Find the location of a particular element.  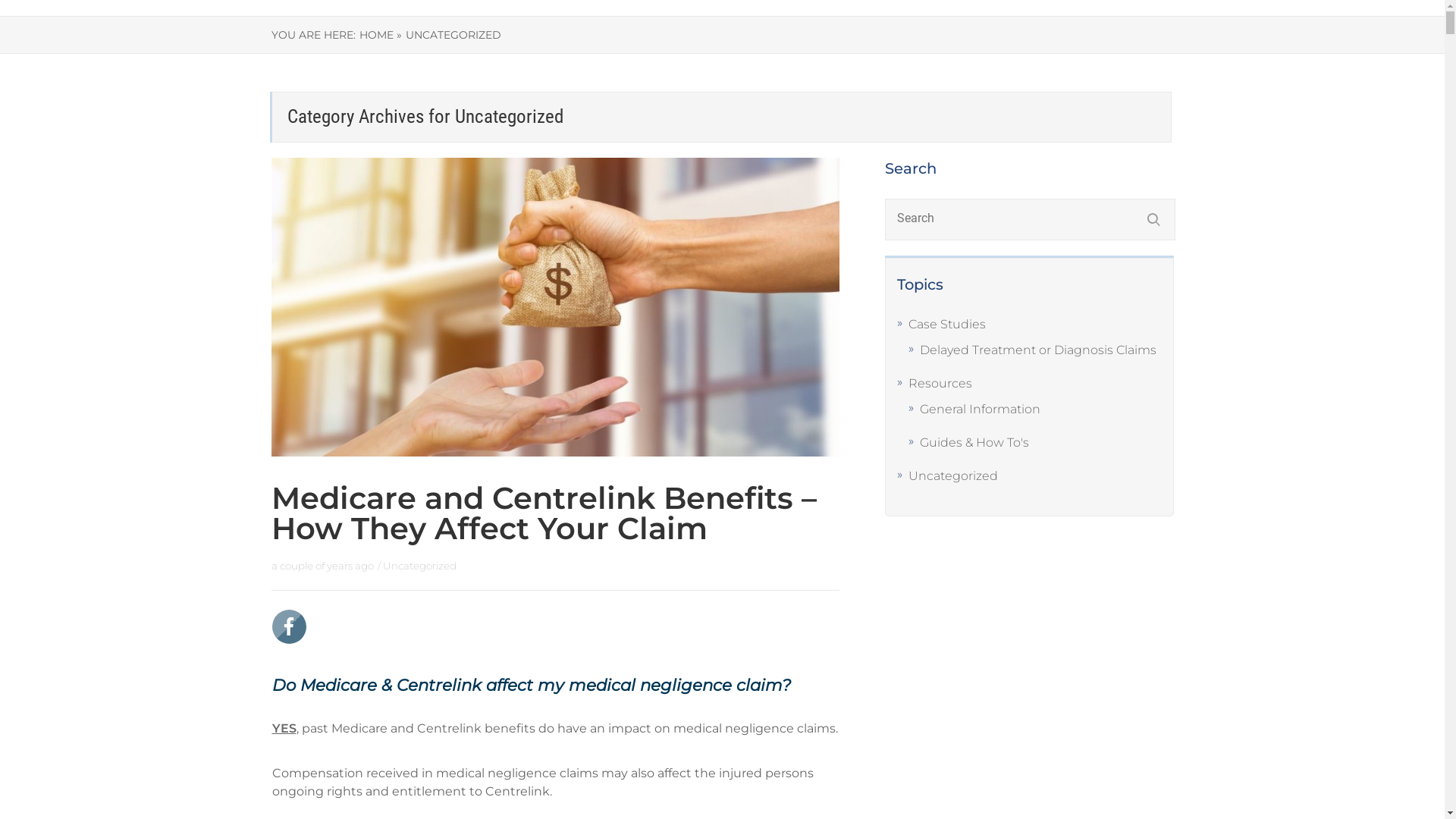

'Delayed Treatment or Diagnosis Claims' is located at coordinates (1037, 350).